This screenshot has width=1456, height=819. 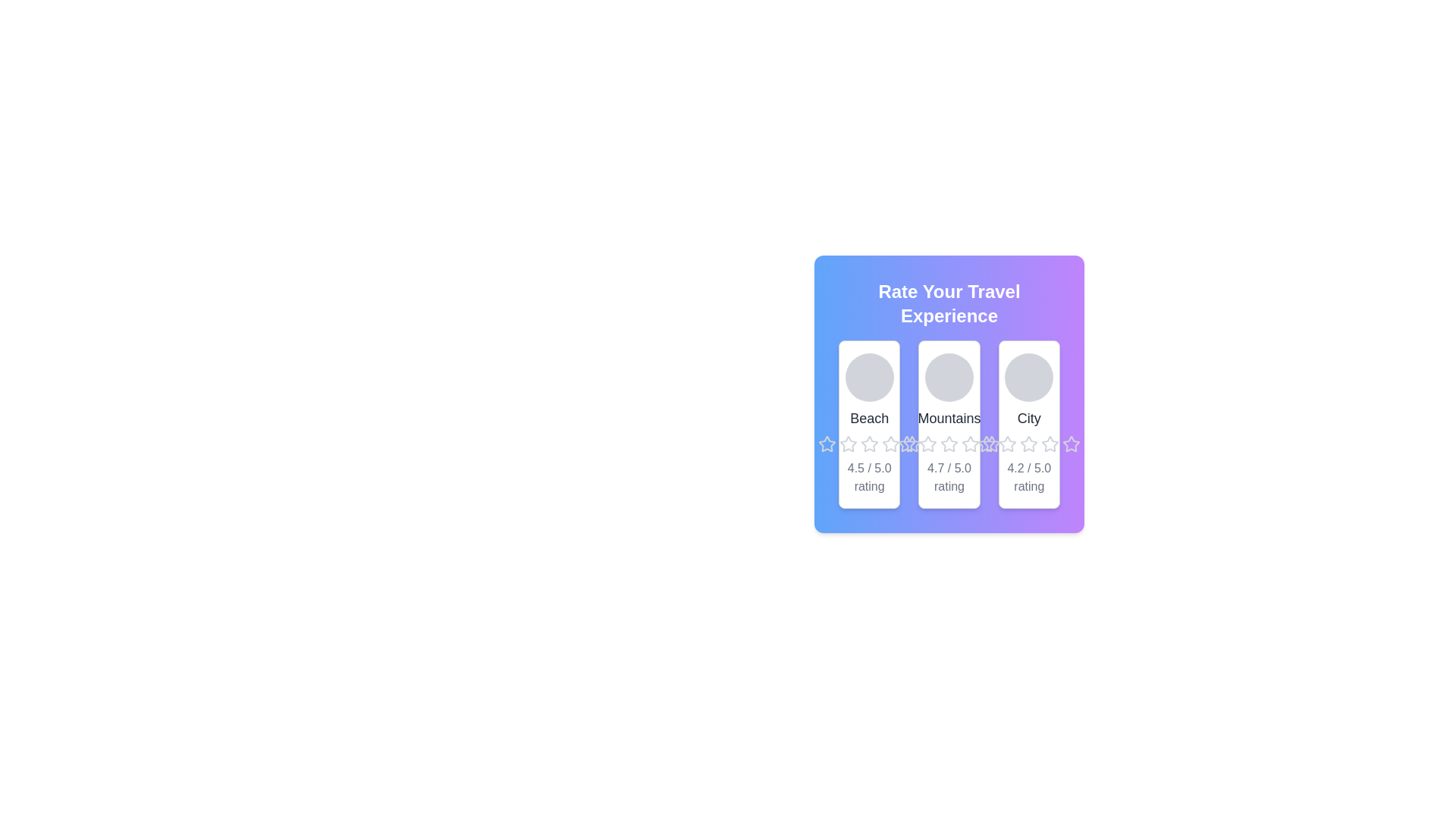 What do you see at coordinates (1029, 444) in the screenshot?
I see `the third star in the star-based rating component located under the 'City' label, which is represented by a horizontal arrangement of five star icons` at bounding box center [1029, 444].